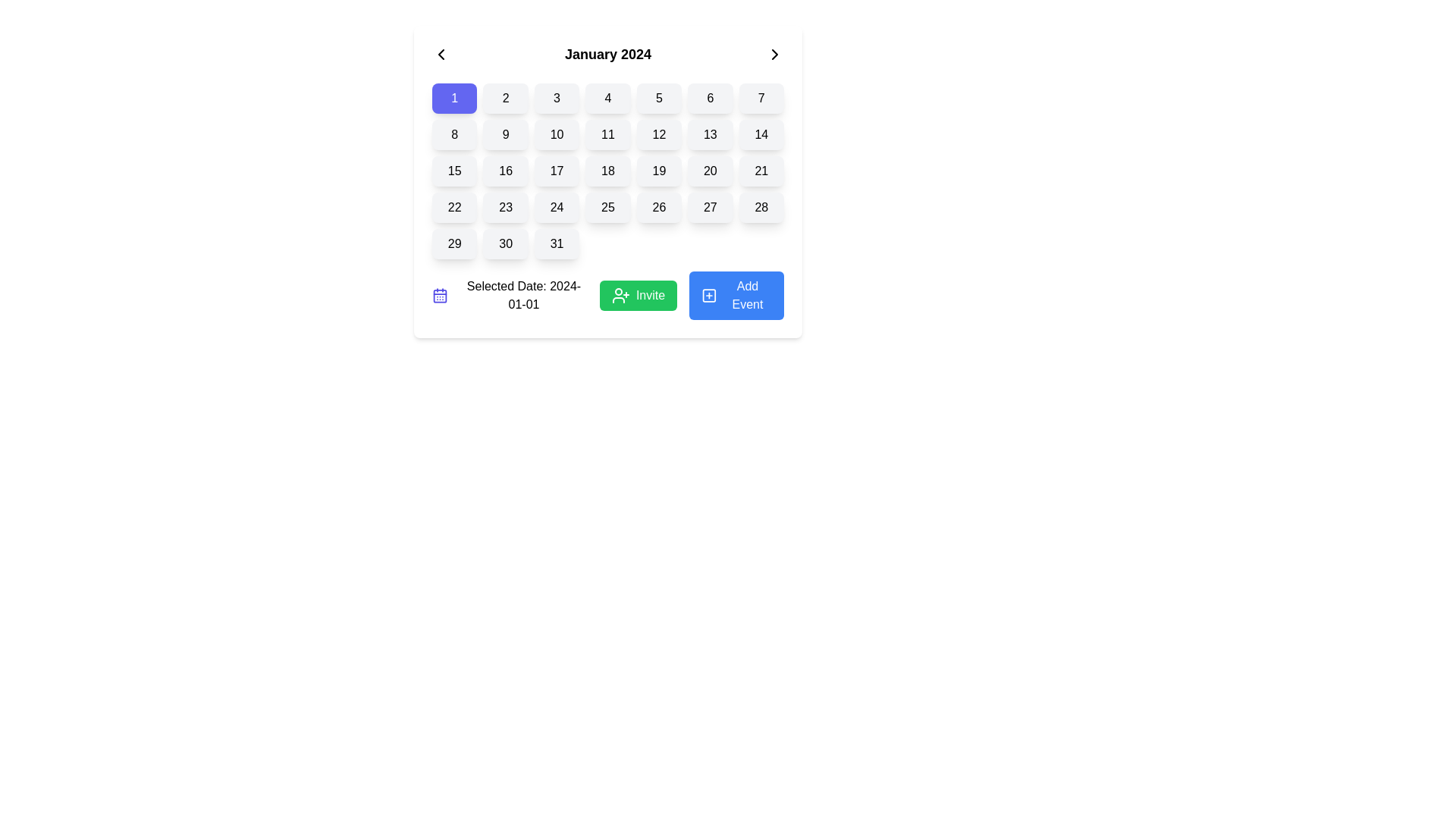  What do you see at coordinates (639, 295) in the screenshot?
I see `the green 'Invite' button with a user icon to initiate the invite function` at bounding box center [639, 295].